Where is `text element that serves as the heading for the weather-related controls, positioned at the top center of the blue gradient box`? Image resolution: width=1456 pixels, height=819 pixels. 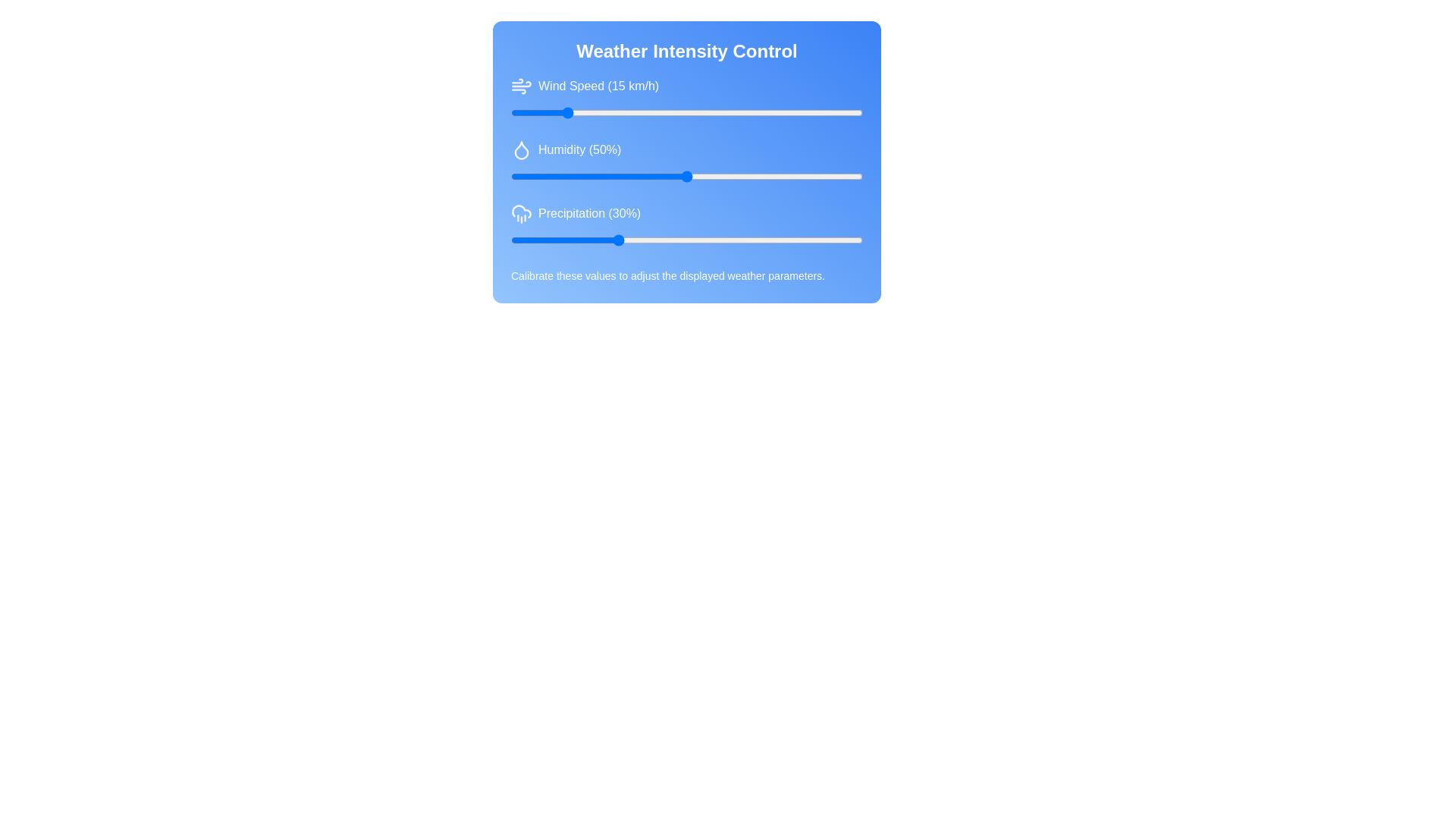 text element that serves as the heading for the weather-related controls, positioned at the top center of the blue gradient box is located at coordinates (686, 51).